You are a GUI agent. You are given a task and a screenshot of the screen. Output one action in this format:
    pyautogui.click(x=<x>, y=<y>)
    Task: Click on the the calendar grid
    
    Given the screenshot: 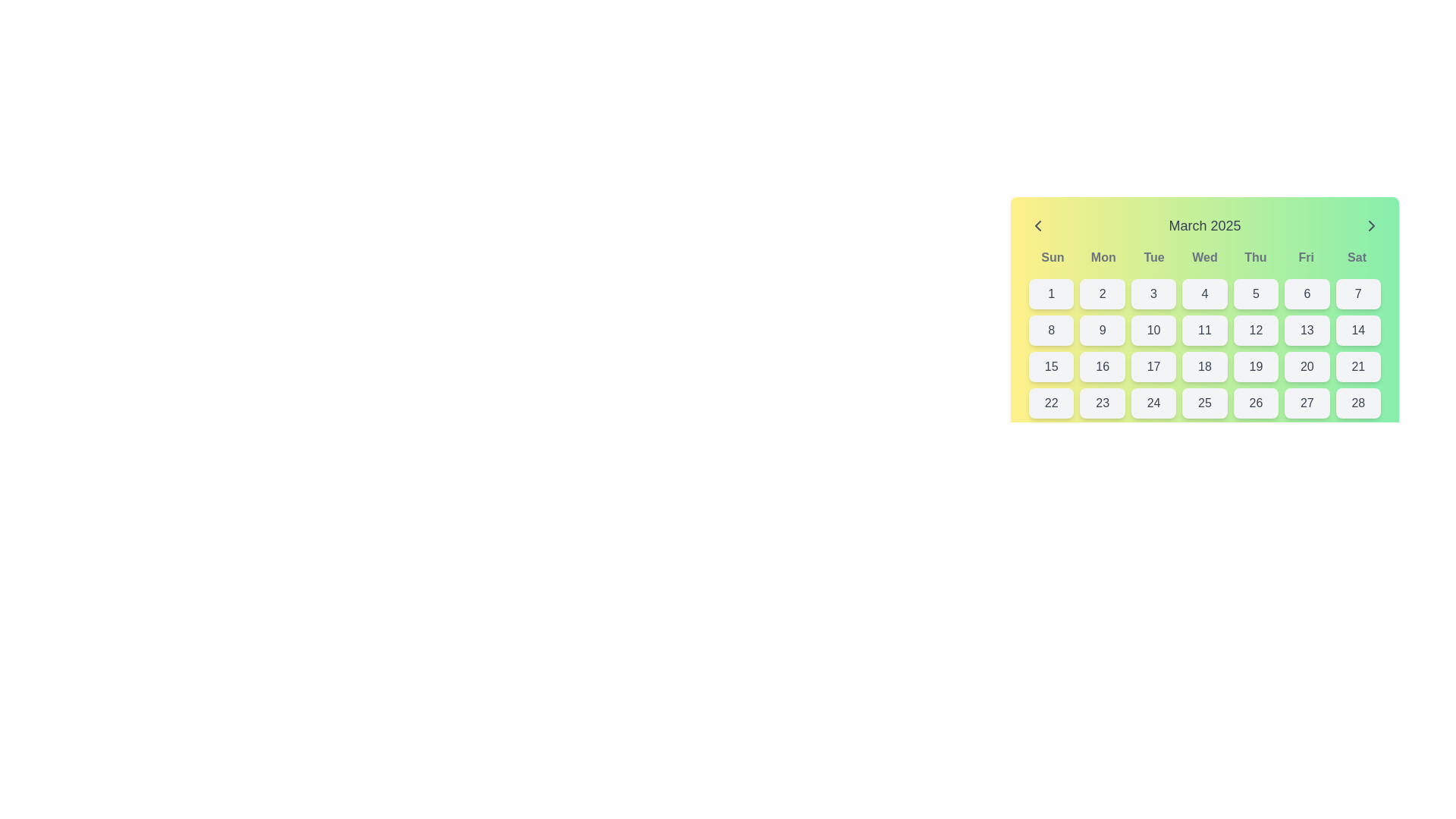 What is the action you would take?
    pyautogui.click(x=1203, y=366)
    